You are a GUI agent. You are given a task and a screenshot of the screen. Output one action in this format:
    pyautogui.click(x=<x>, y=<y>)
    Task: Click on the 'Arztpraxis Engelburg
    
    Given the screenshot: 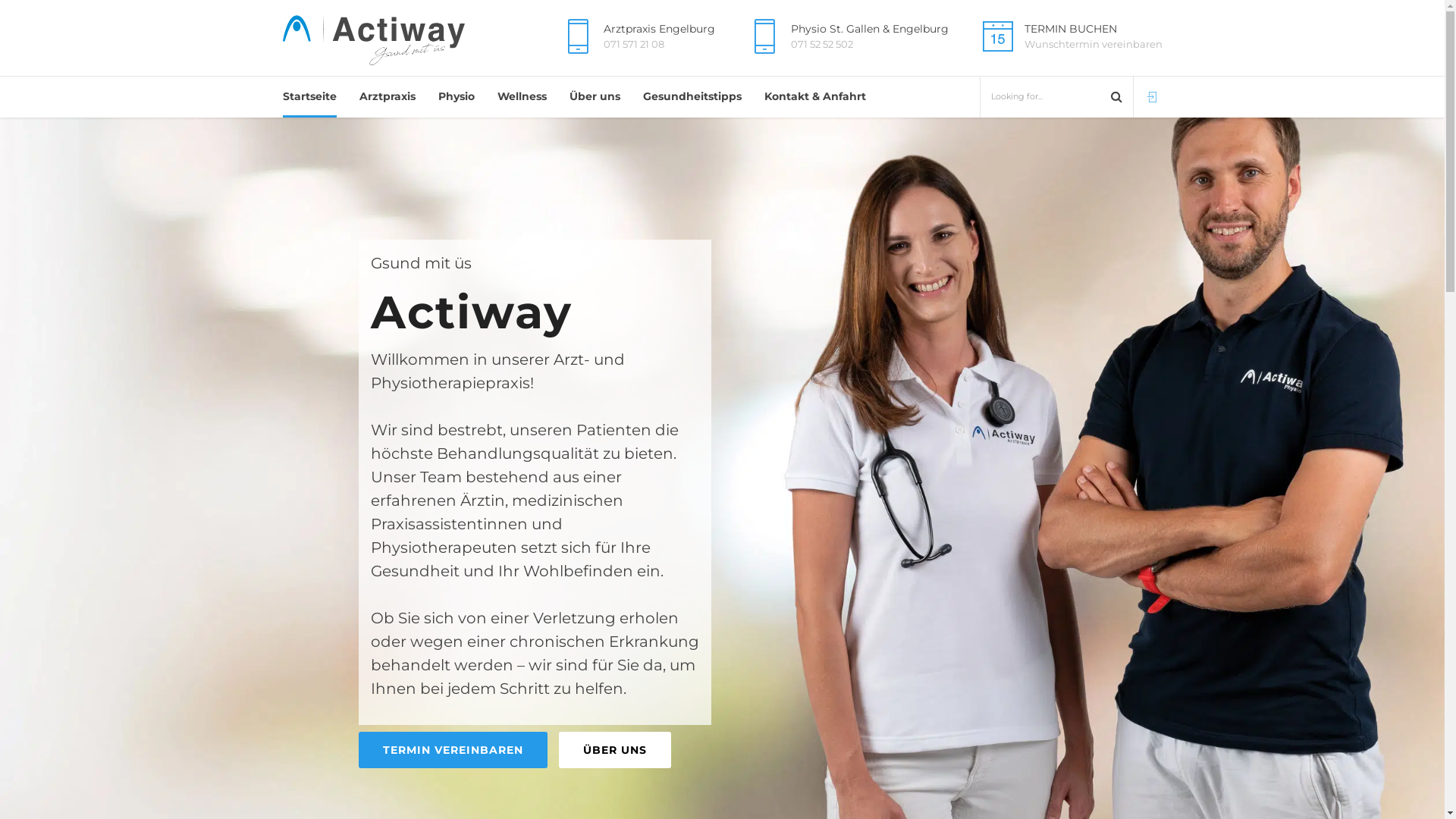 What is the action you would take?
    pyautogui.click(x=554, y=35)
    